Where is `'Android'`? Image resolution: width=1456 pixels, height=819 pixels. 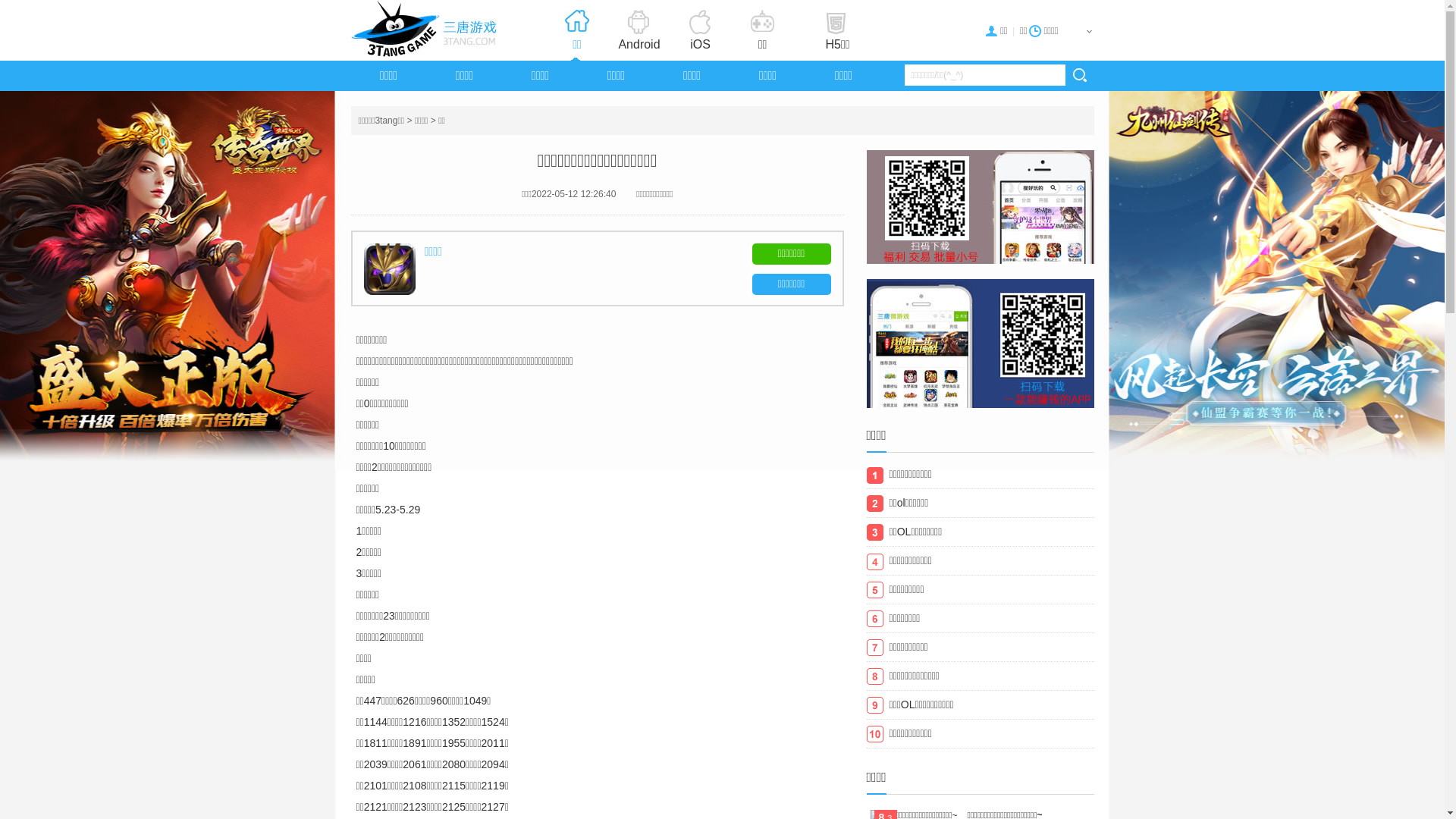 'Android' is located at coordinates (639, 31).